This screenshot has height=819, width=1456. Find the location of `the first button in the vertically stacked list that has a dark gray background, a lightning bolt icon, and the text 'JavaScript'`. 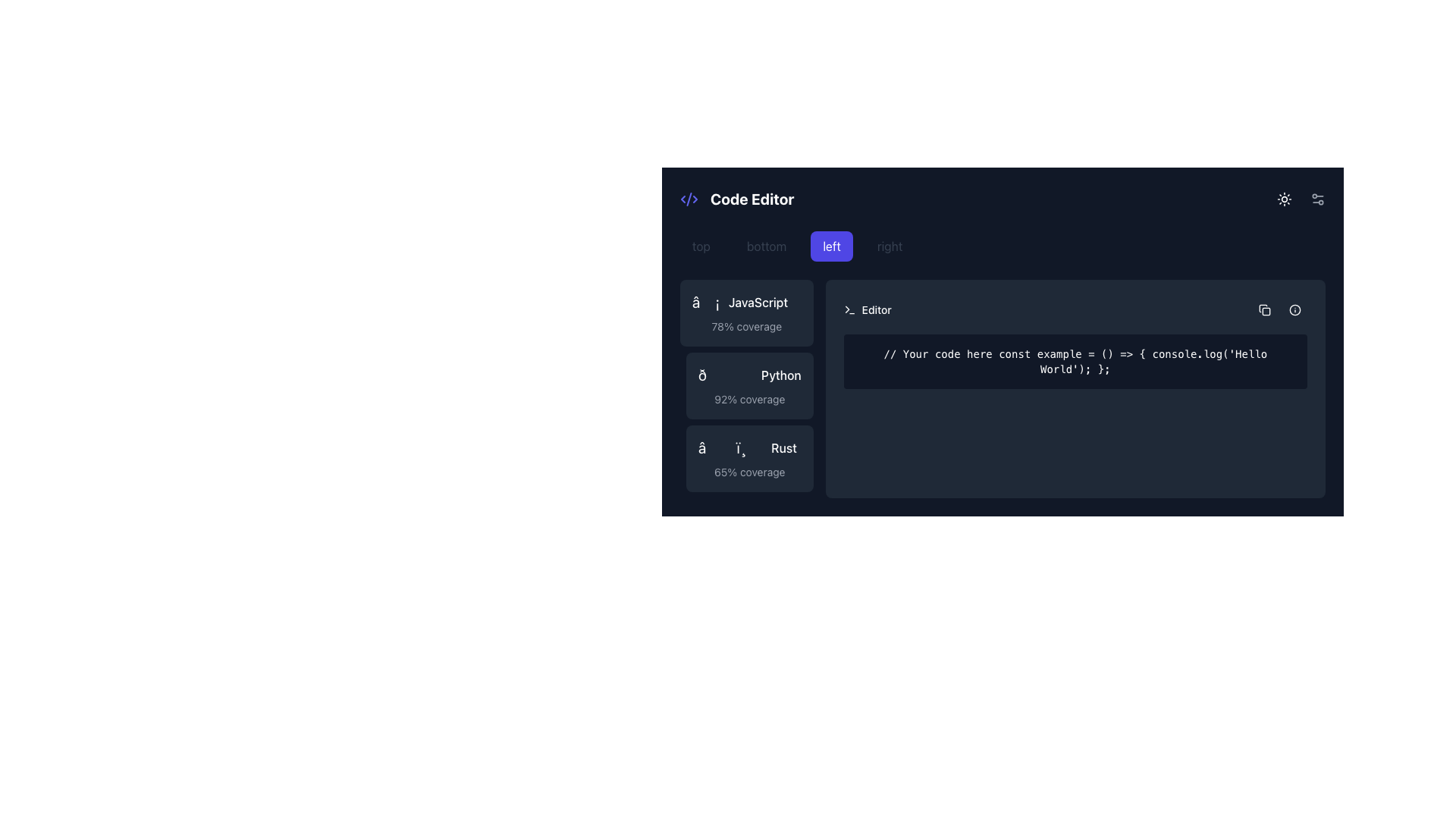

the first button in the vertically stacked list that has a dark gray background, a lightning bolt icon, and the text 'JavaScript' is located at coordinates (746, 312).